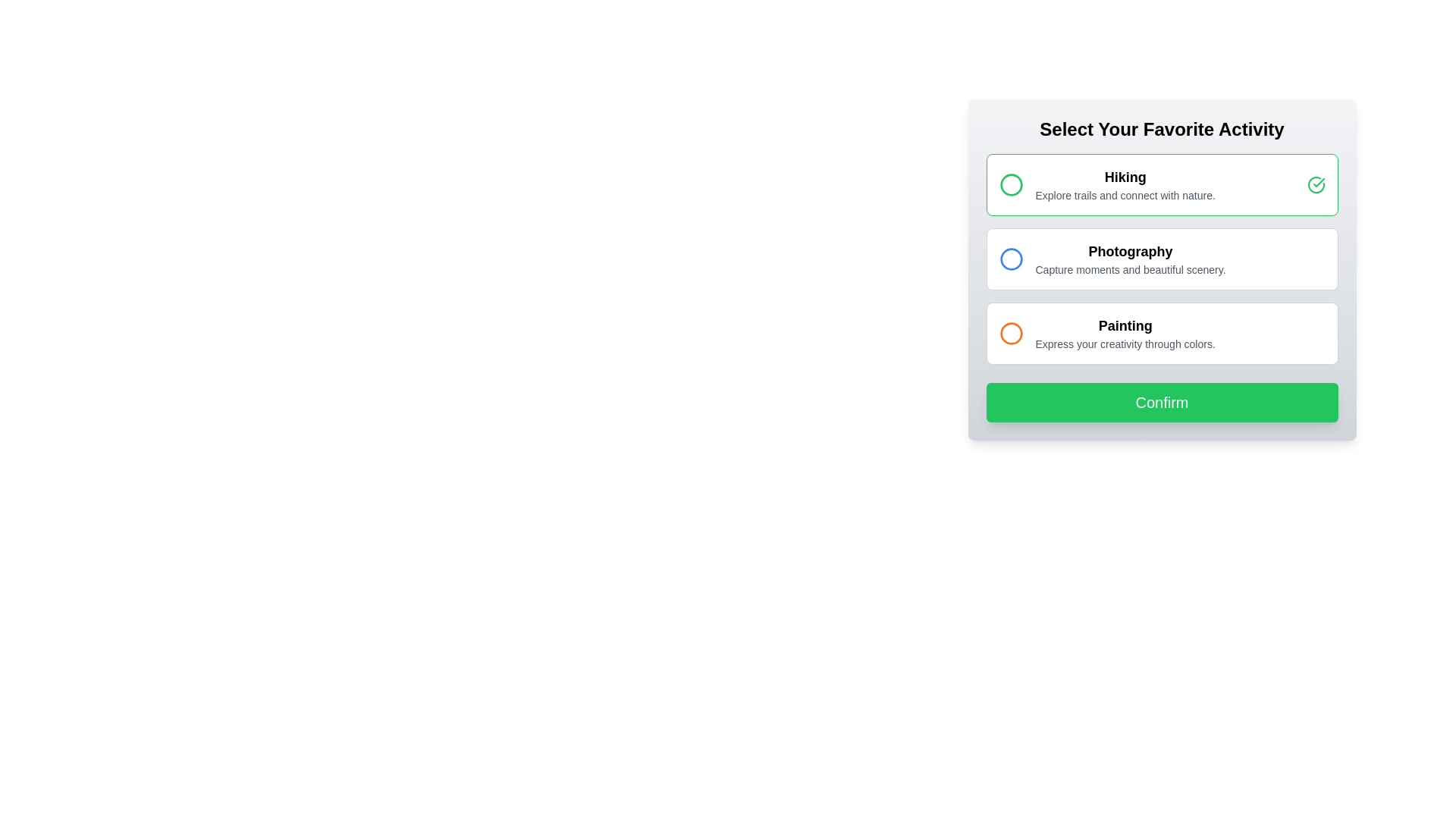 Image resolution: width=1456 pixels, height=819 pixels. I want to click on the green rectangular 'Confirm' button with rounded corners at the bottom of the card-style layout, so click(1161, 402).